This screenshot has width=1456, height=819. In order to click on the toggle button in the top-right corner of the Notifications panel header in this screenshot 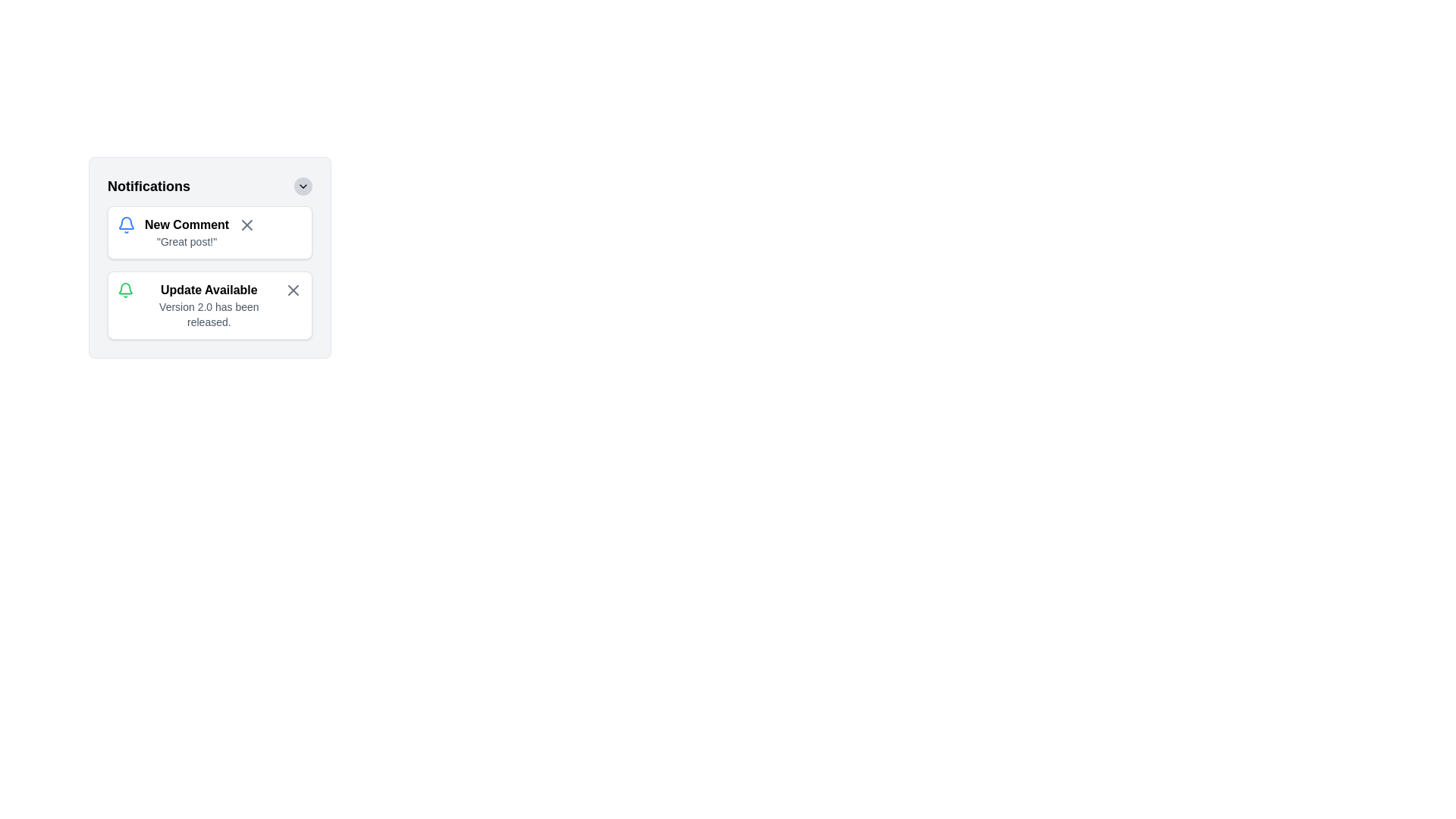, I will do `click(303, 186)`.